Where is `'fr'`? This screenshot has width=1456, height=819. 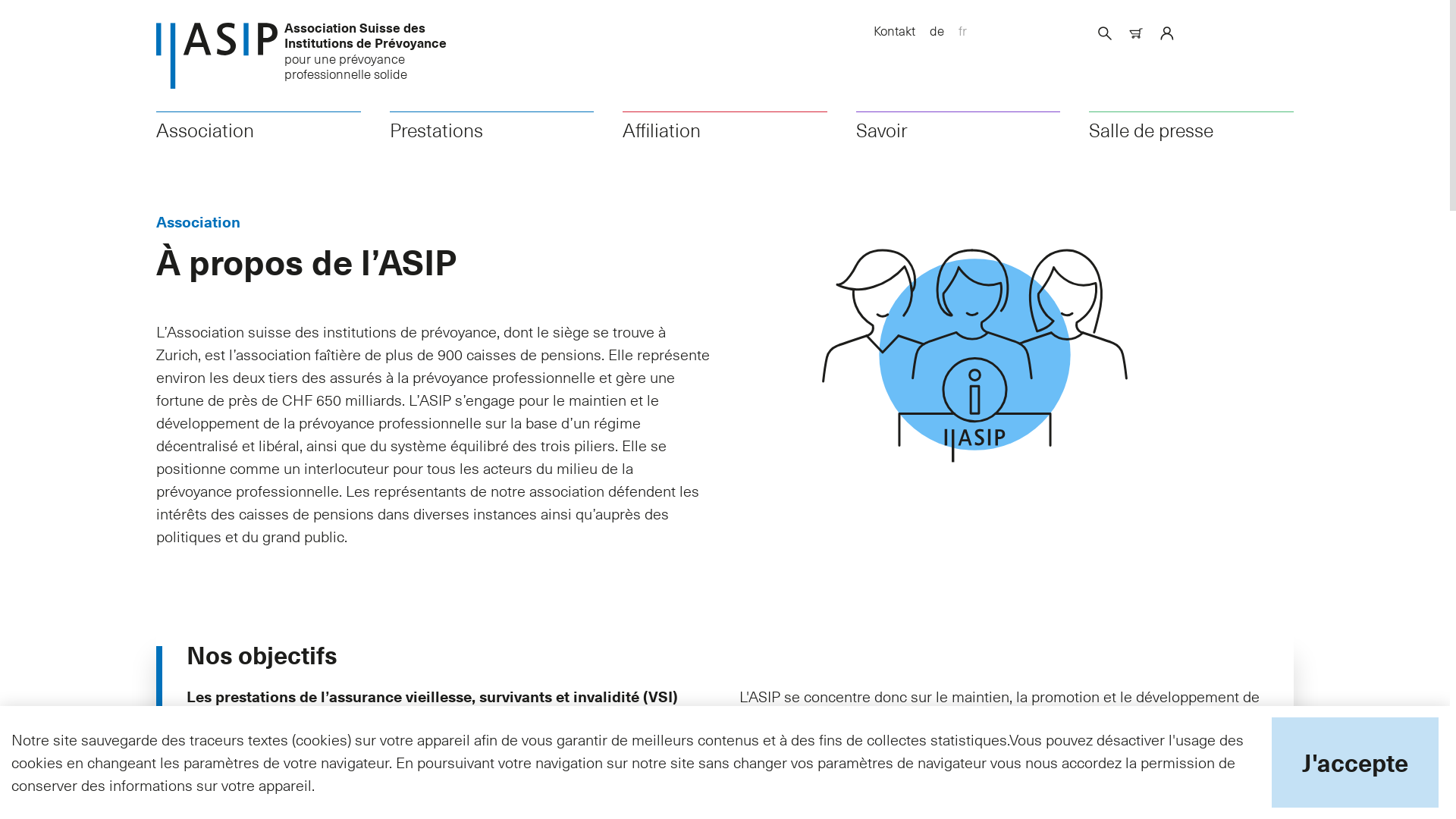 'fr' is located at coordinates (962, 30).